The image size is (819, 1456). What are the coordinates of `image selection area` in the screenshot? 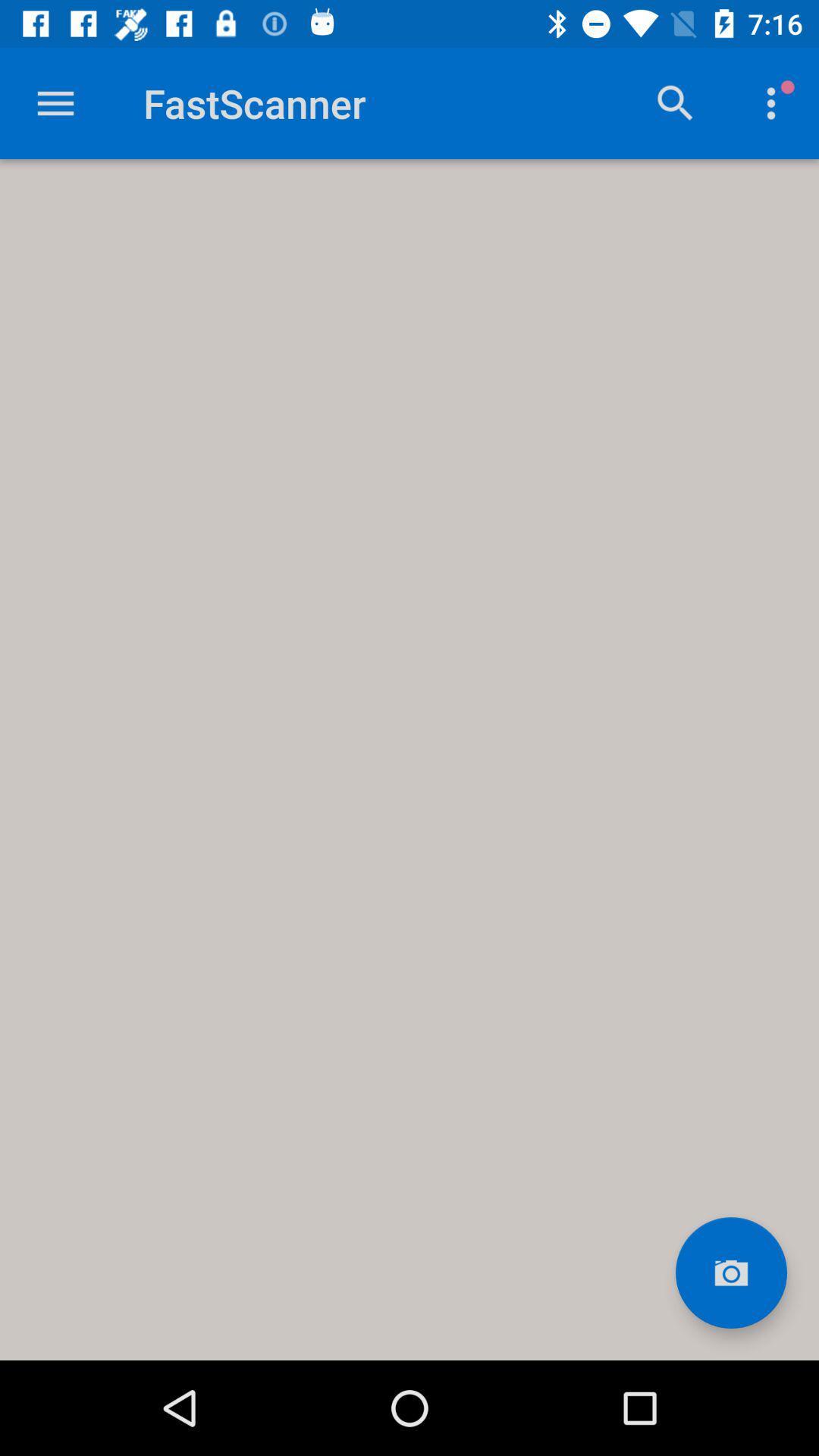 It's located at (730, 1272).